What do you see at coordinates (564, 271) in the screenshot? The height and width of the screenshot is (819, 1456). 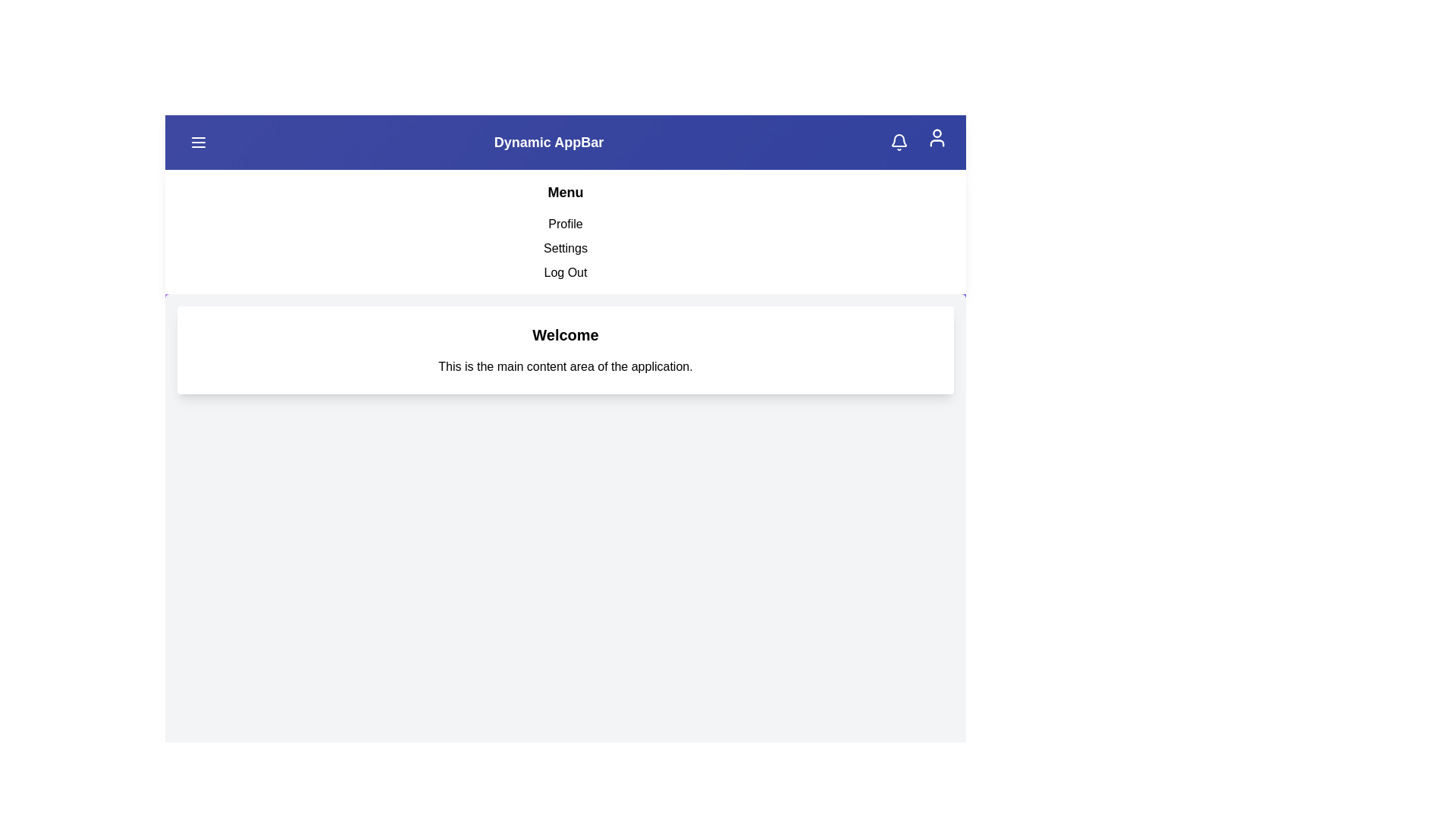 I see `the menu item Log Out to navigate to its respective section` at bounding box center [564, 271].